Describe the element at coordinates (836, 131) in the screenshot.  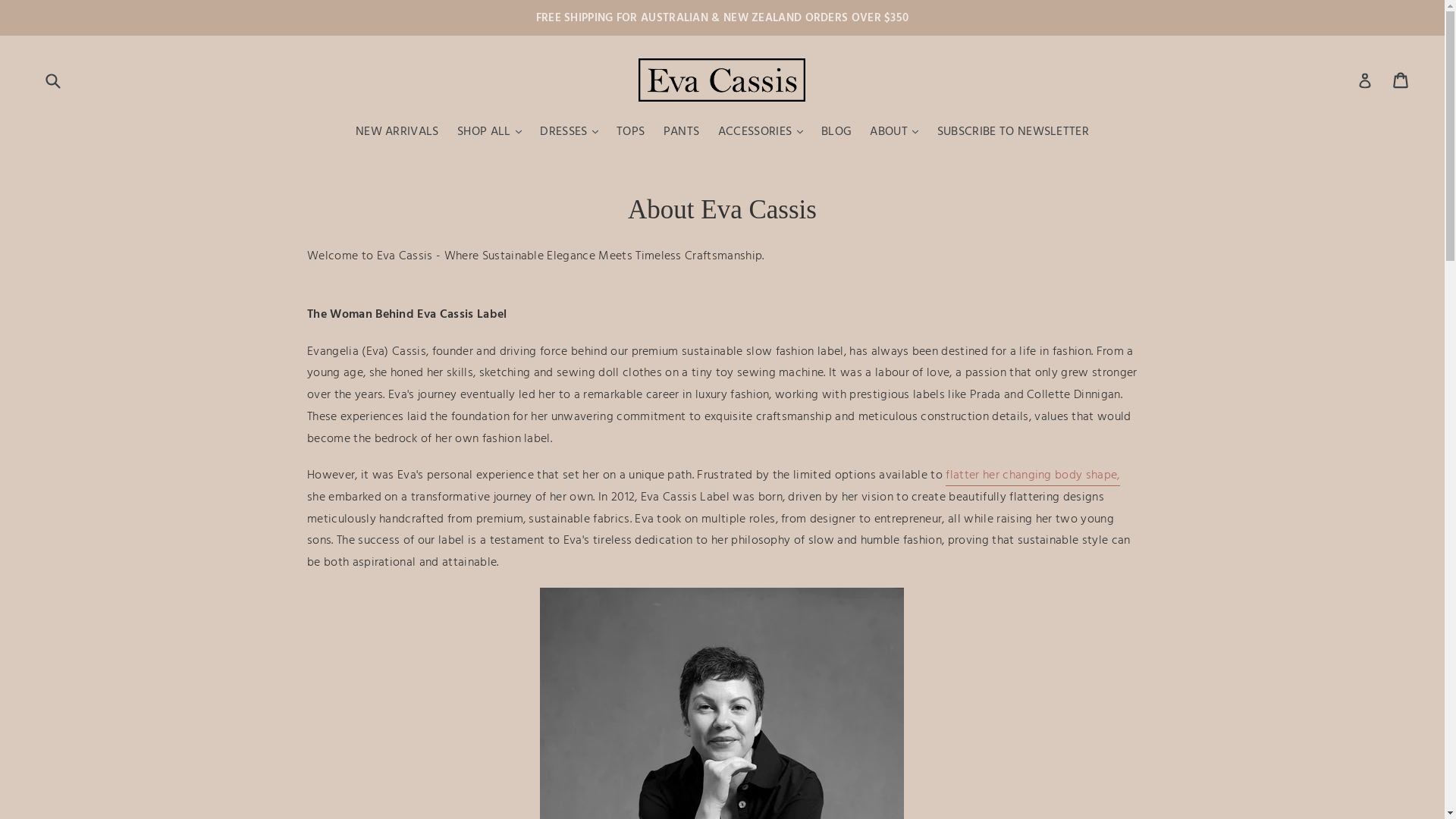
I see `'BLOG'` at that location.